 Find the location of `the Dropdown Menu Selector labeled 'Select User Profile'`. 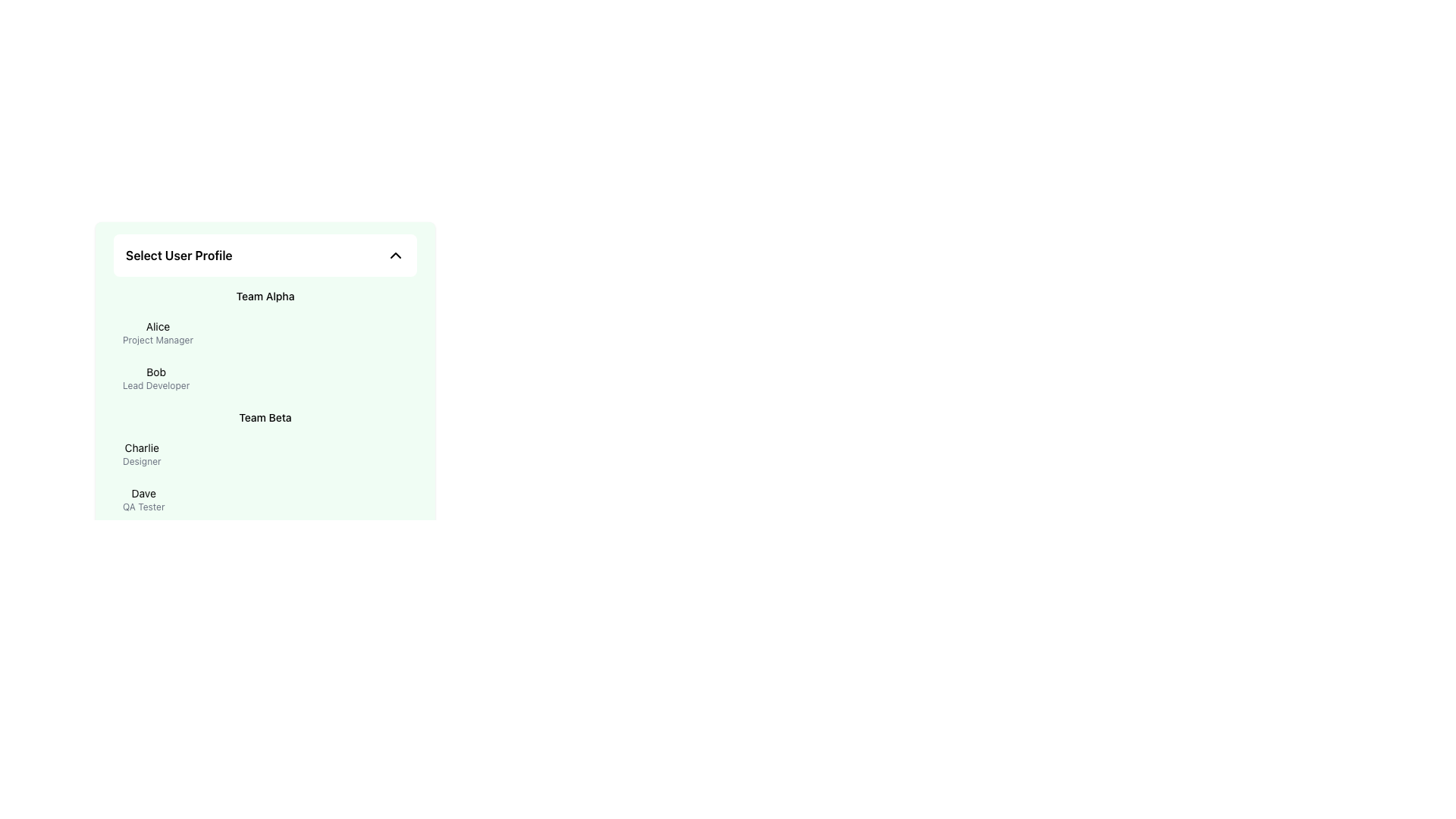

the Dropdown Menu Selector labeled 'Select User Profile' is located at coordinates (265, 254).